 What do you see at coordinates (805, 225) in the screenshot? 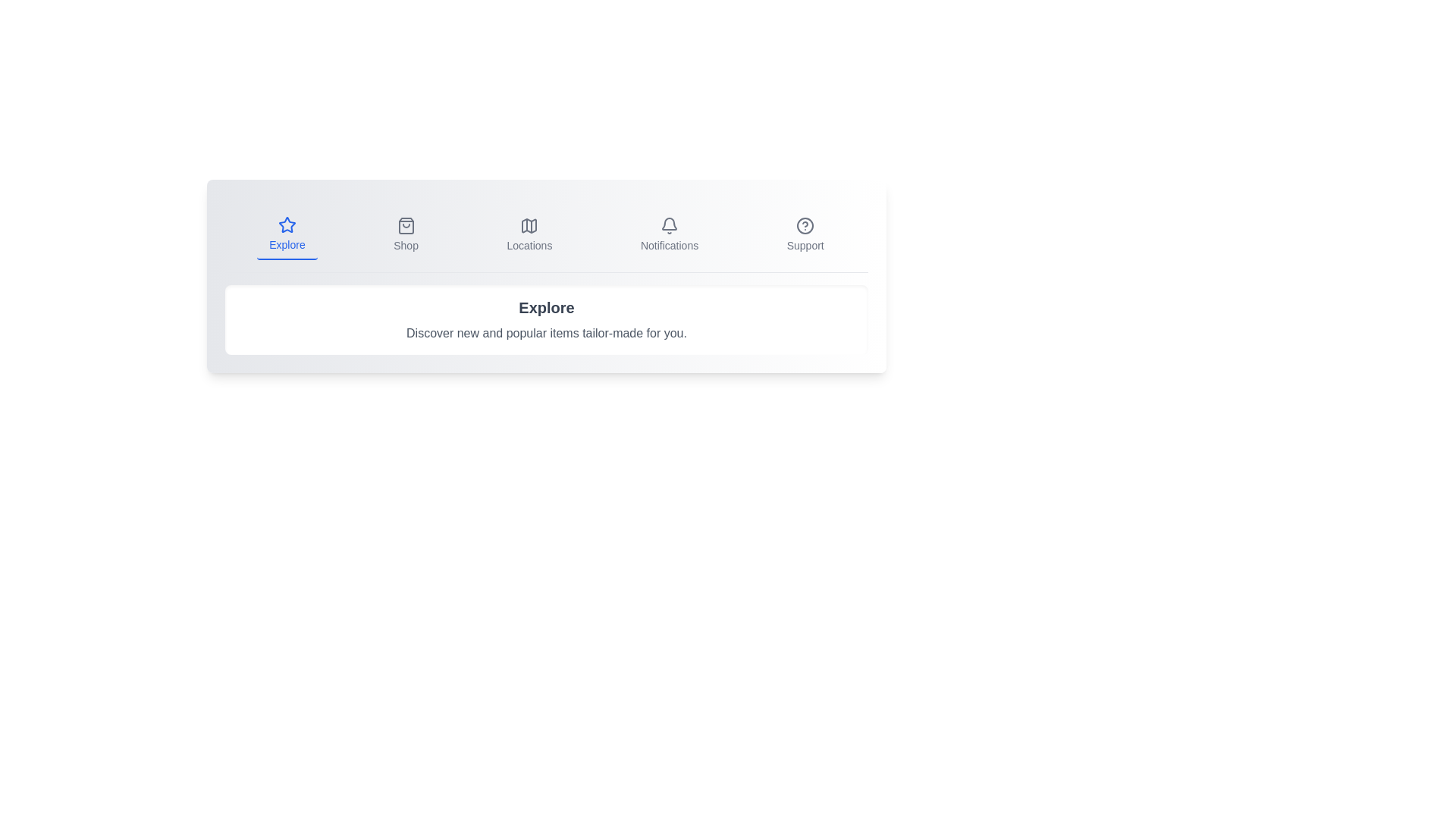
I see `the help icon, a circular icon with a question mark, located at the top-right corner of the menu bar above the 'Support' label` at bounding box center [805, 225].